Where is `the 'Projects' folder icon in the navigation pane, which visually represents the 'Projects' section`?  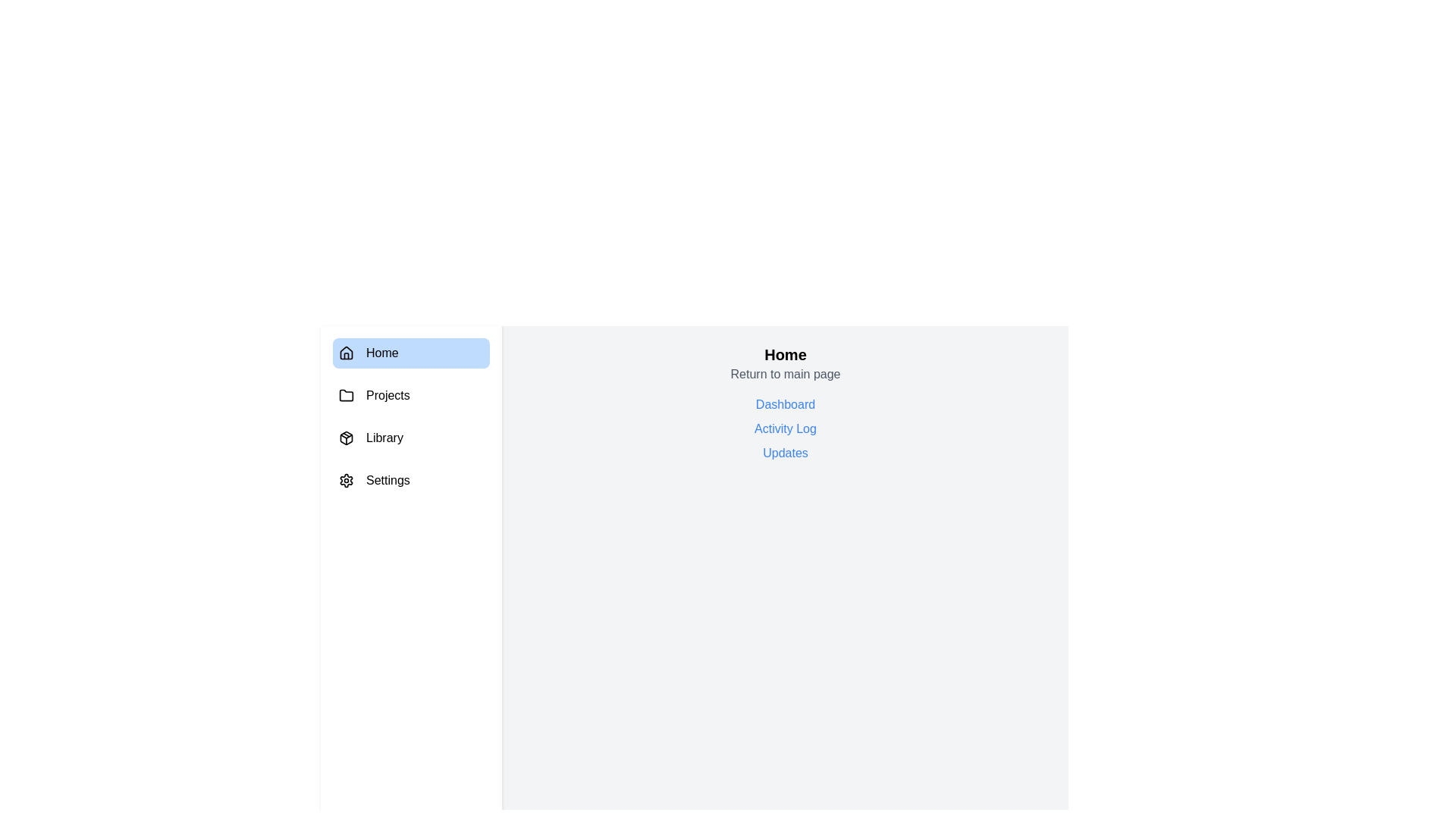 the 'Projects' folder icon in the navigation pane, which visually represents the 'Projects' section is located at coordinates (345, 394).